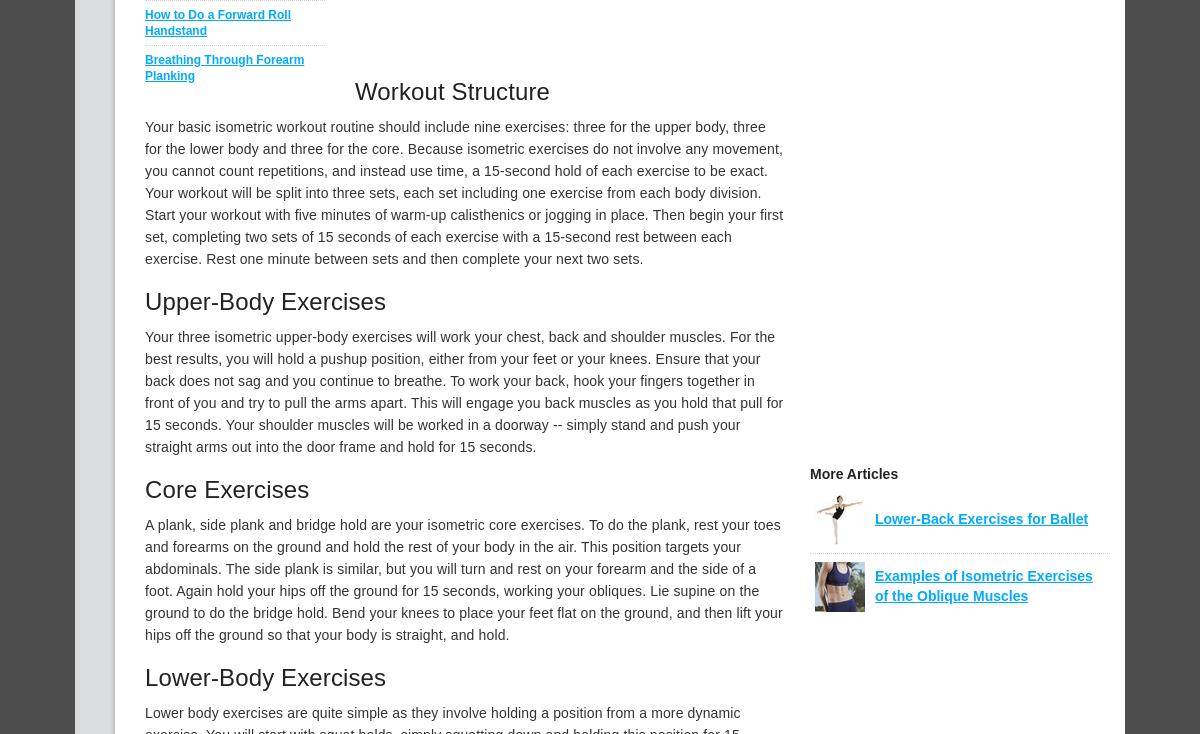 This screenshot has height=734, width=1200. What do you see at coordinates (451, 91) in the screenshot?
I see `'Workout Structure'` at bounding box center [451, 91].